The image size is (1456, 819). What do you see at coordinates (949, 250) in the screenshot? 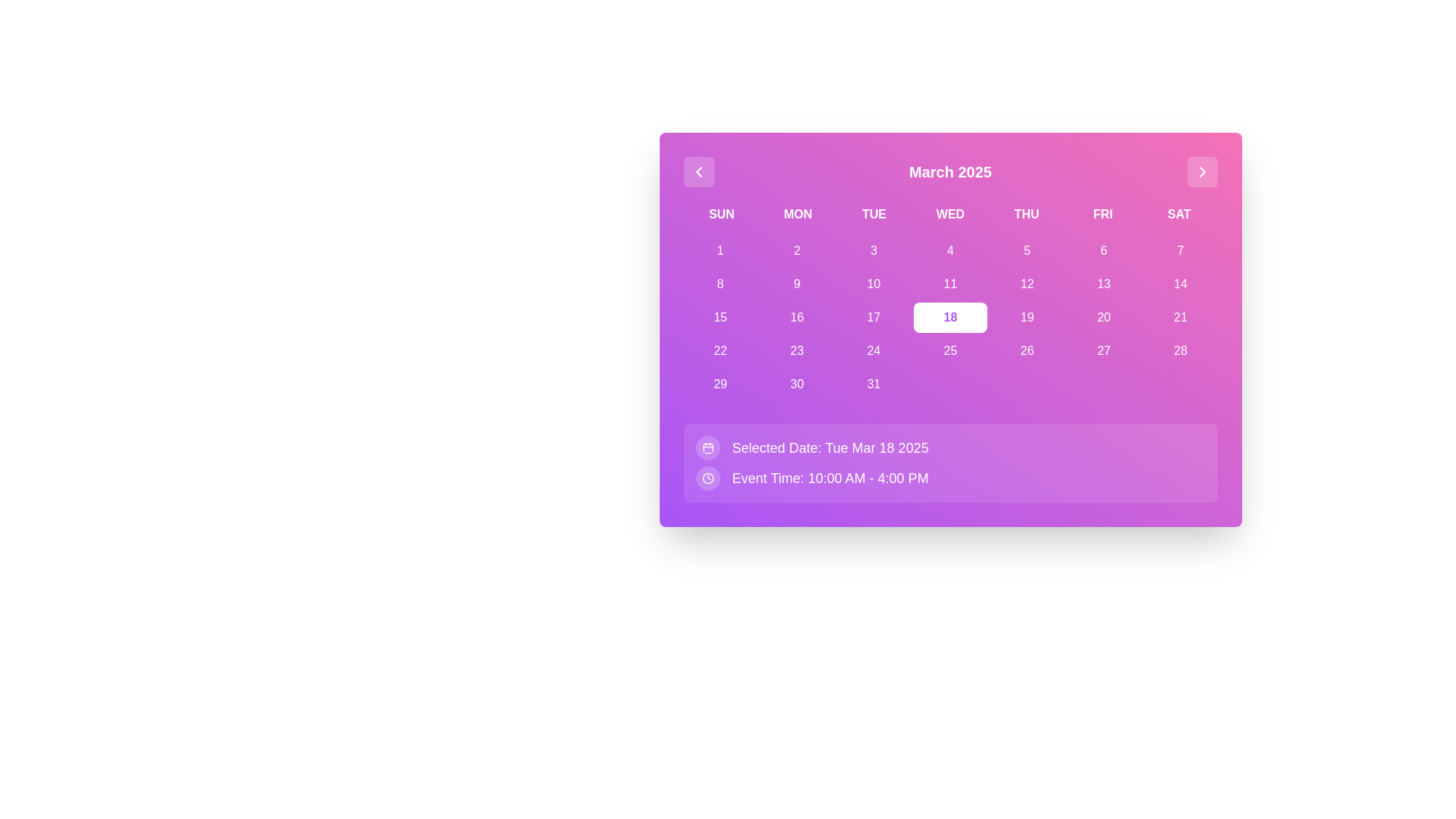
I see `the button labeled '4' in the calendar layout` at bounding box center [949, 250].